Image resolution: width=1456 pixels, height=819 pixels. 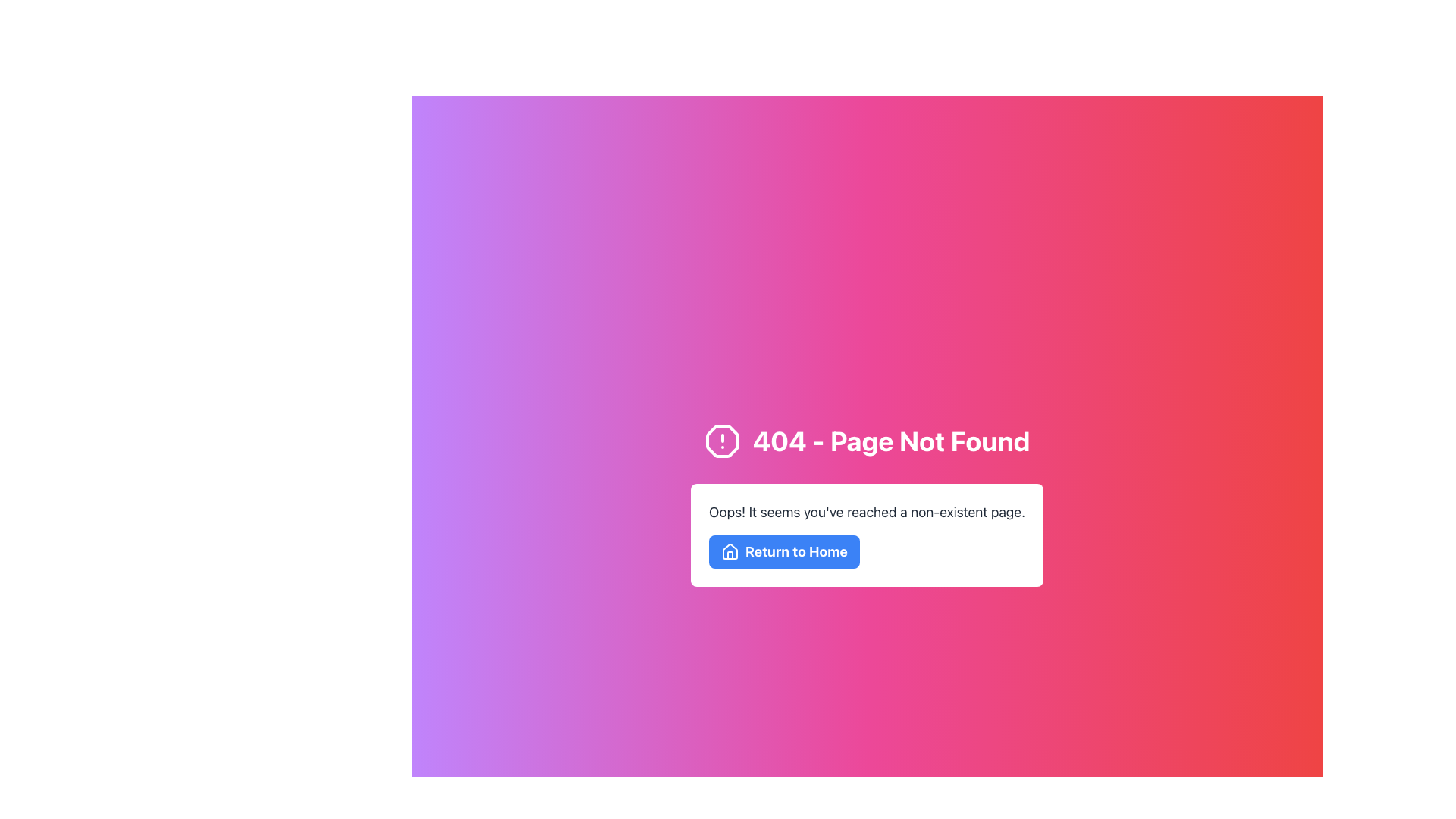 I want to click on the 'Return to Home' button with a blue background and a house icon, so click(x=784, y=552).